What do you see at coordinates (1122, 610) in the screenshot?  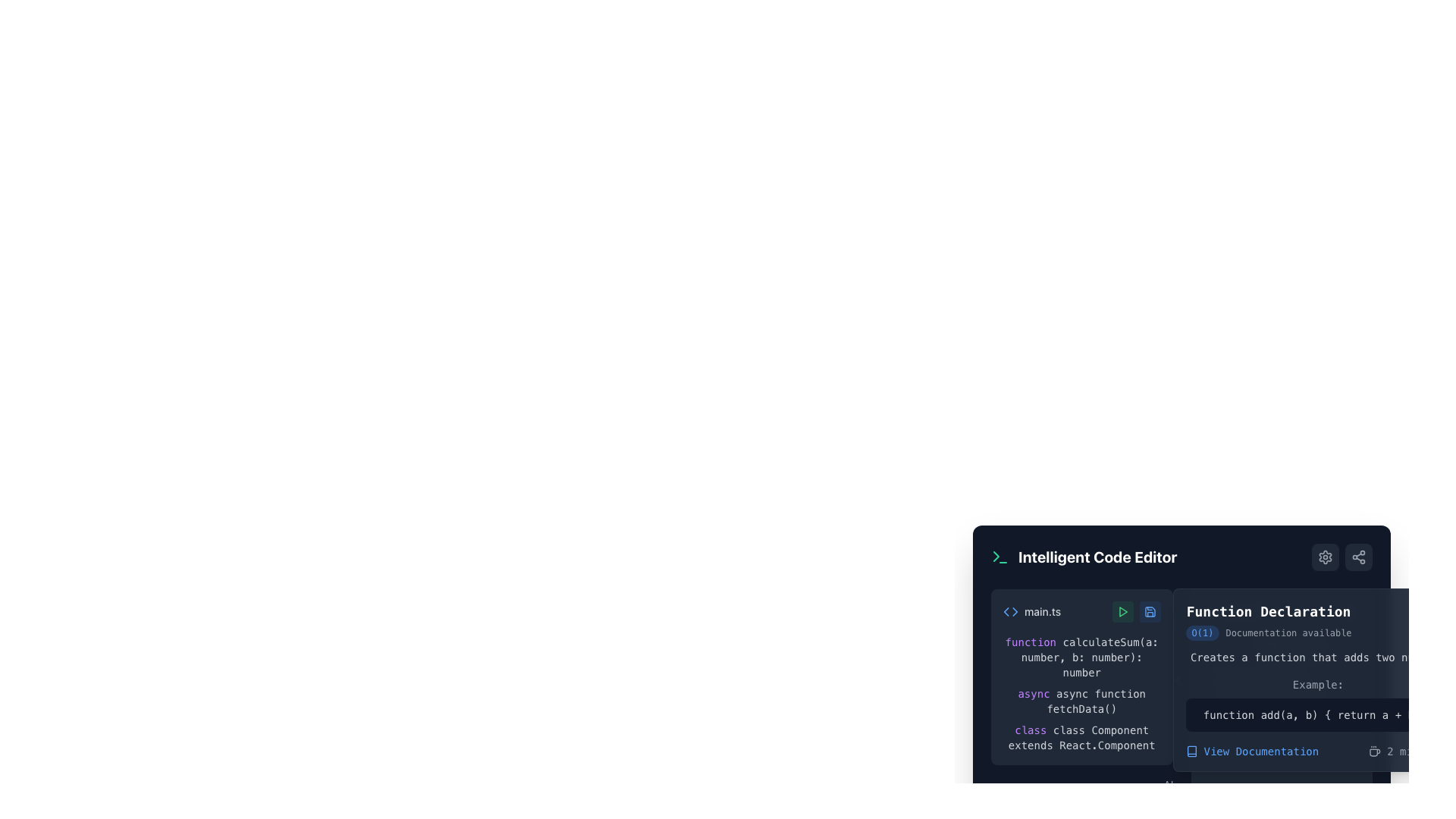 I see `the triangular play icon button located in the bottom-right corner of the interface to initiate an action` at bounding box center [1122, 610].